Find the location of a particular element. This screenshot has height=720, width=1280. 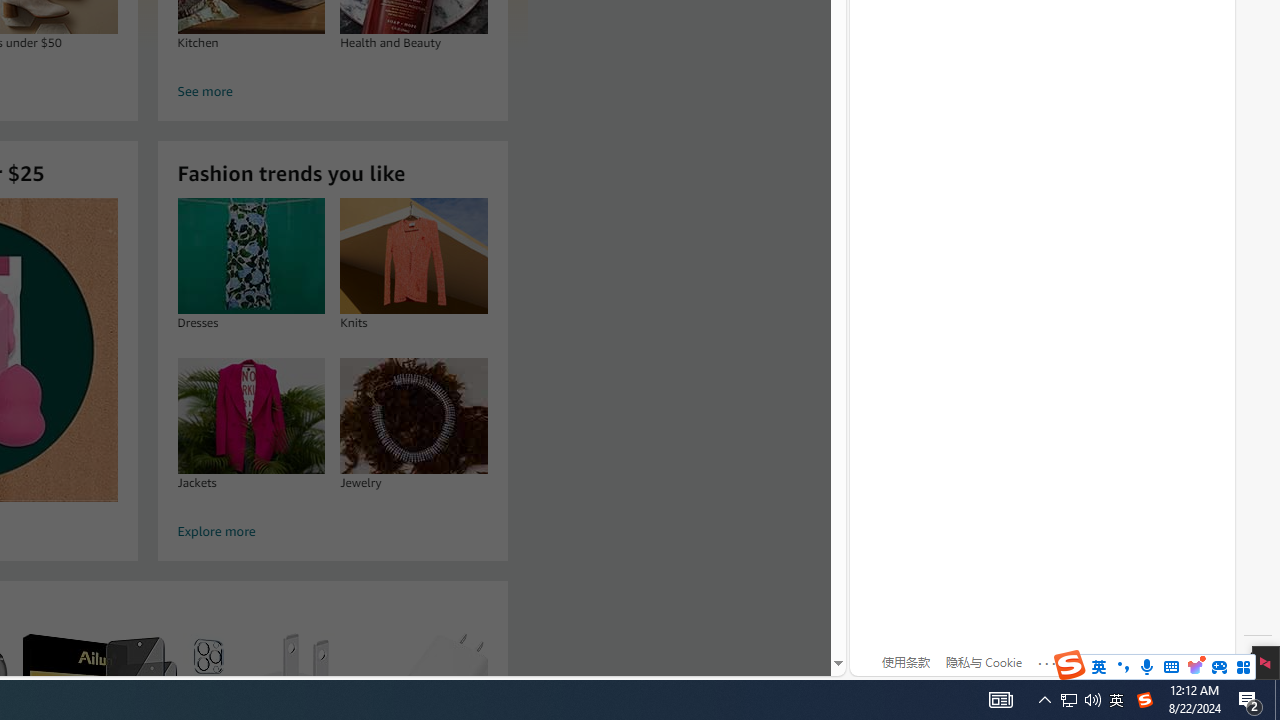

'Knits' is located at coordinates (413, 255).